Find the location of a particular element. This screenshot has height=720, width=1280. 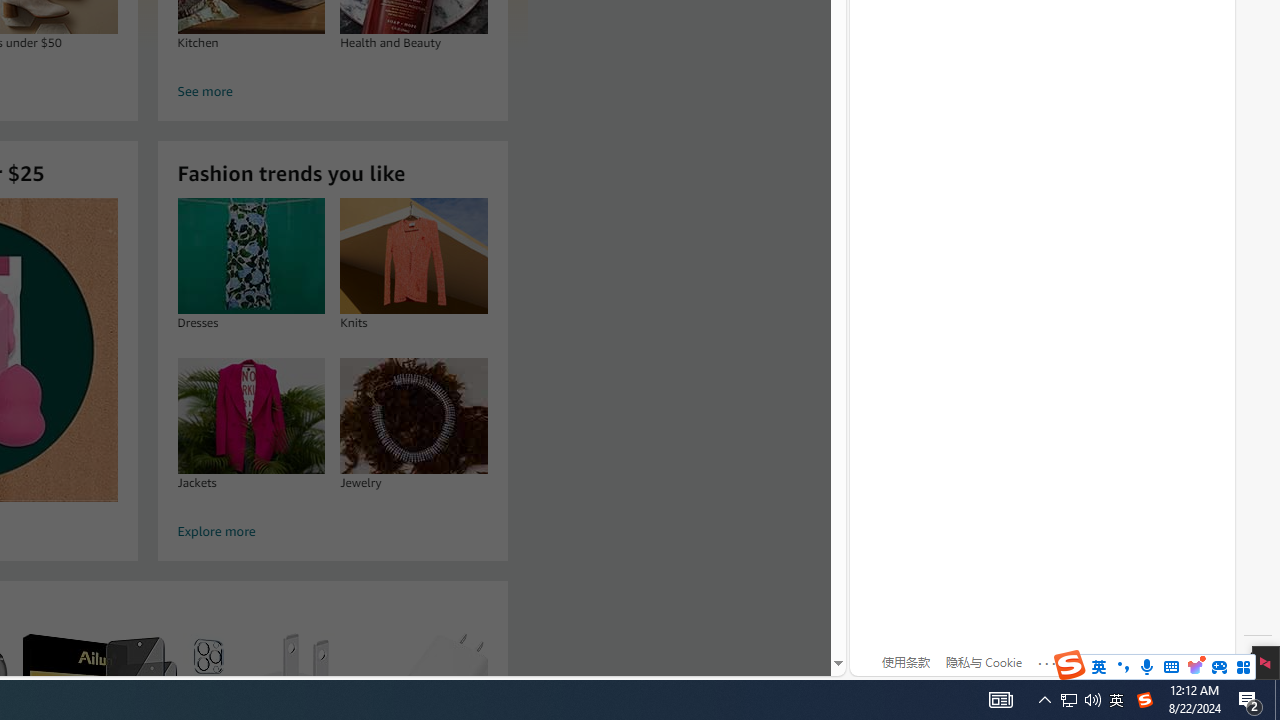

'Knits' is located at coordinates (413, 255).